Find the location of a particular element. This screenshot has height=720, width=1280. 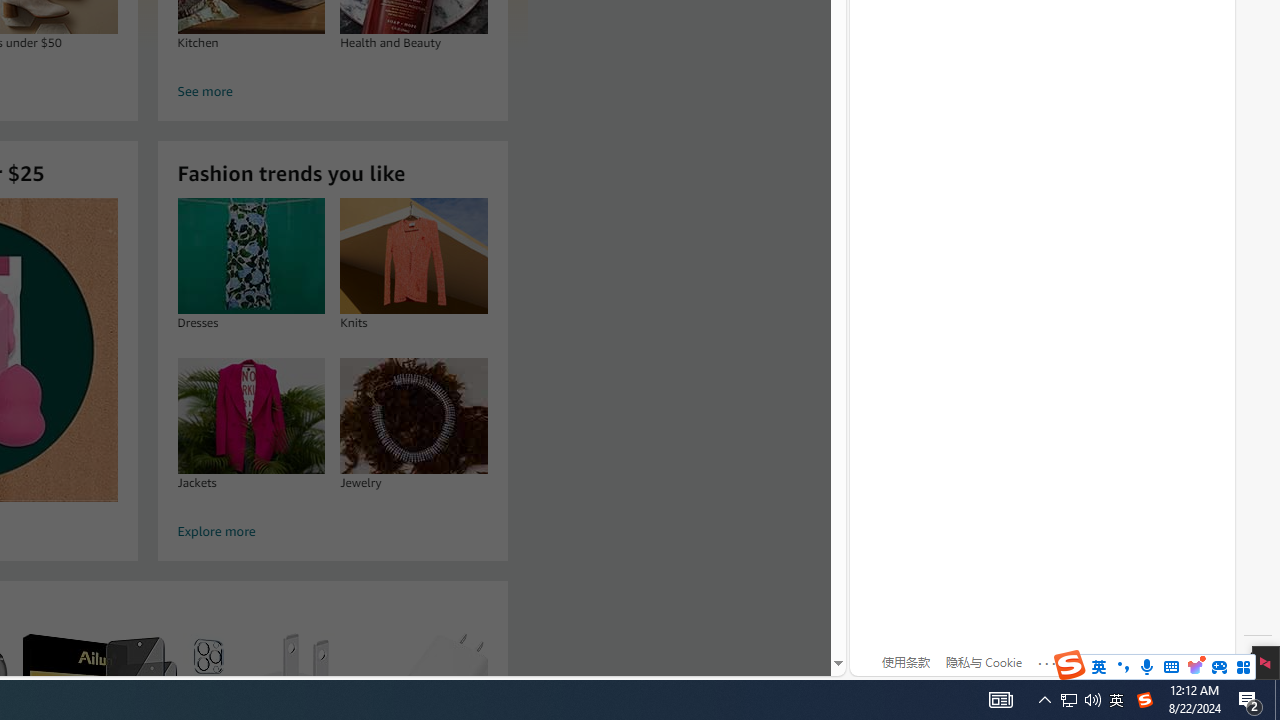

'Knits' is located at coordinates (413, 255).